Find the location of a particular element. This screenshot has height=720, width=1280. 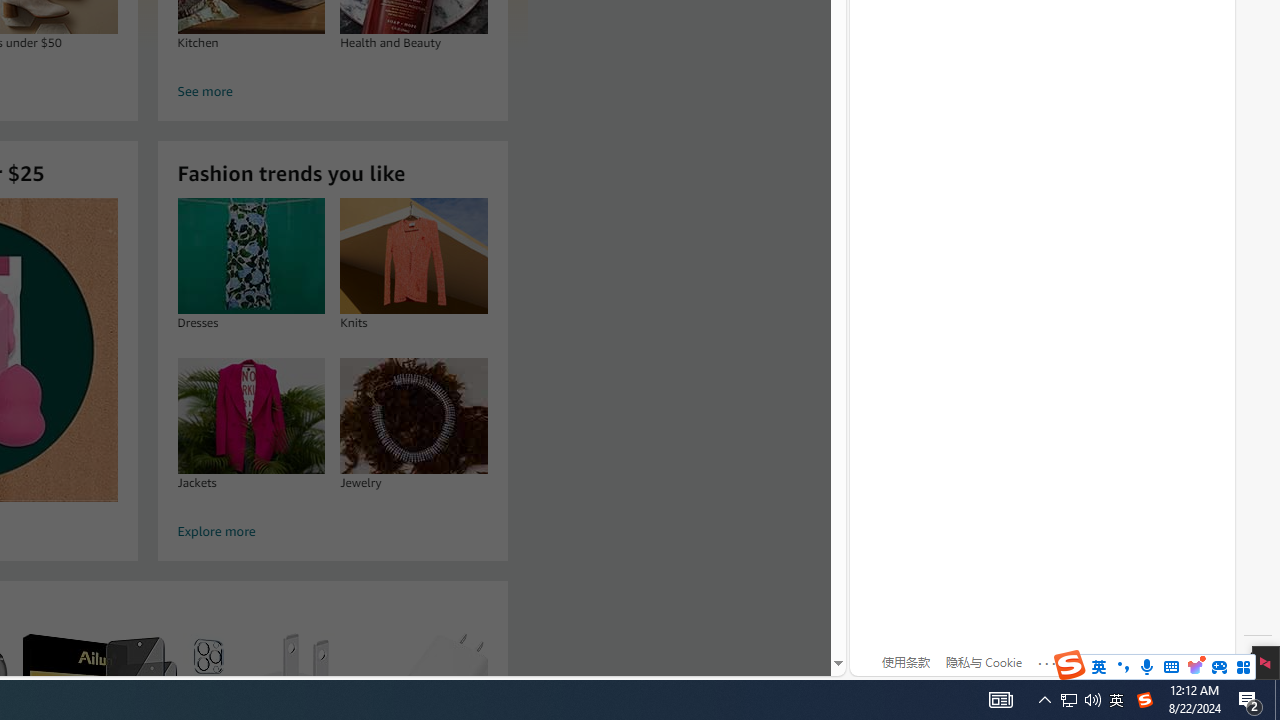

'Knits' is located at coordinates (413, 255).